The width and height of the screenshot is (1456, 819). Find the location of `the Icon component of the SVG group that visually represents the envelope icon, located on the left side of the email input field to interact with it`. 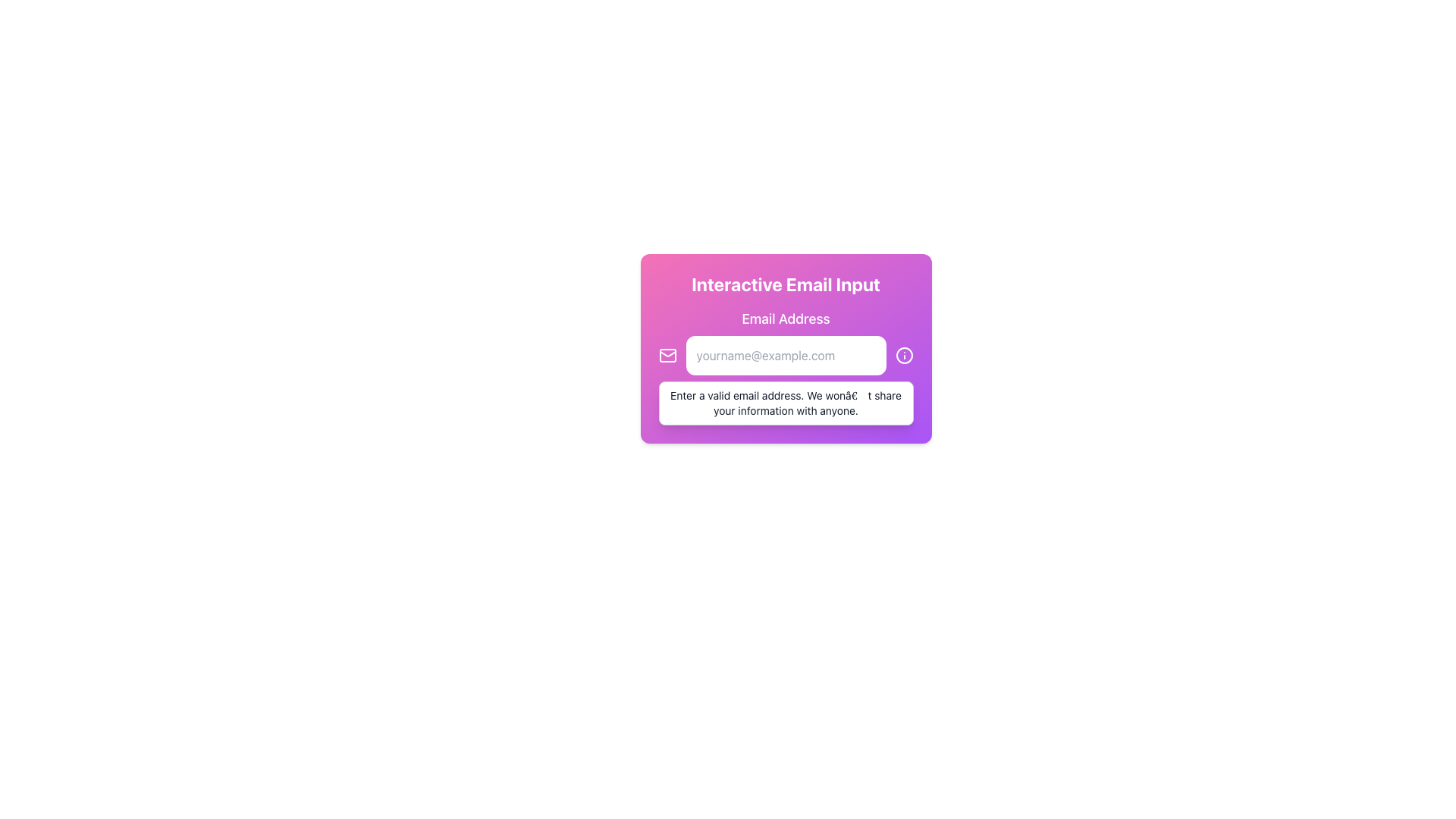

the Icon component of the SVG group that visually represents the envelope icon, located on the left side of the email input field to interact with it is located at coordinates (667, 356).